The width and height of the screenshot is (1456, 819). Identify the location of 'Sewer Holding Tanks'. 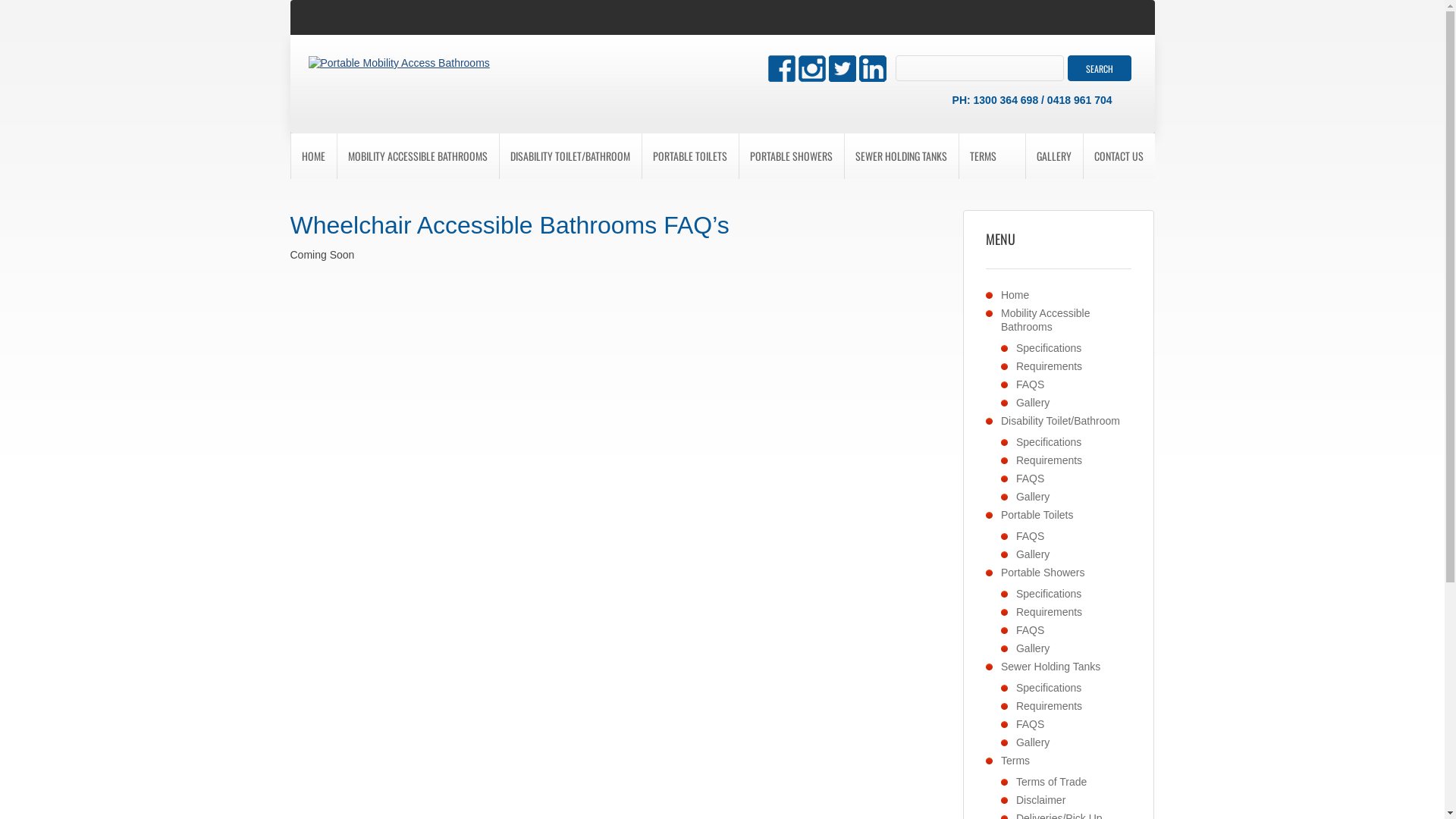
(1050, 666).